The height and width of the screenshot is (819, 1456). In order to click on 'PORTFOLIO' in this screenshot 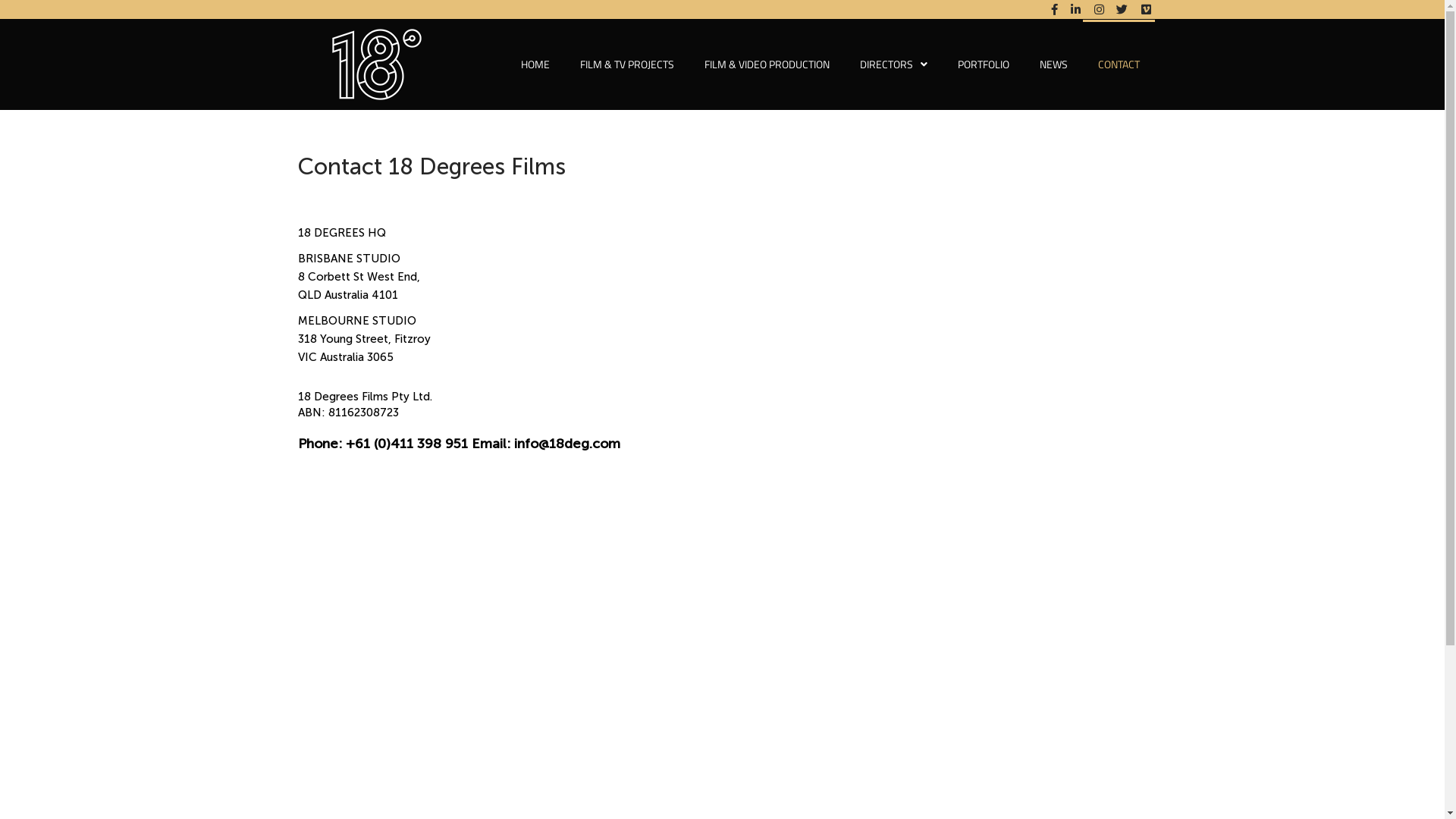, I will do `click(983, 63)`.